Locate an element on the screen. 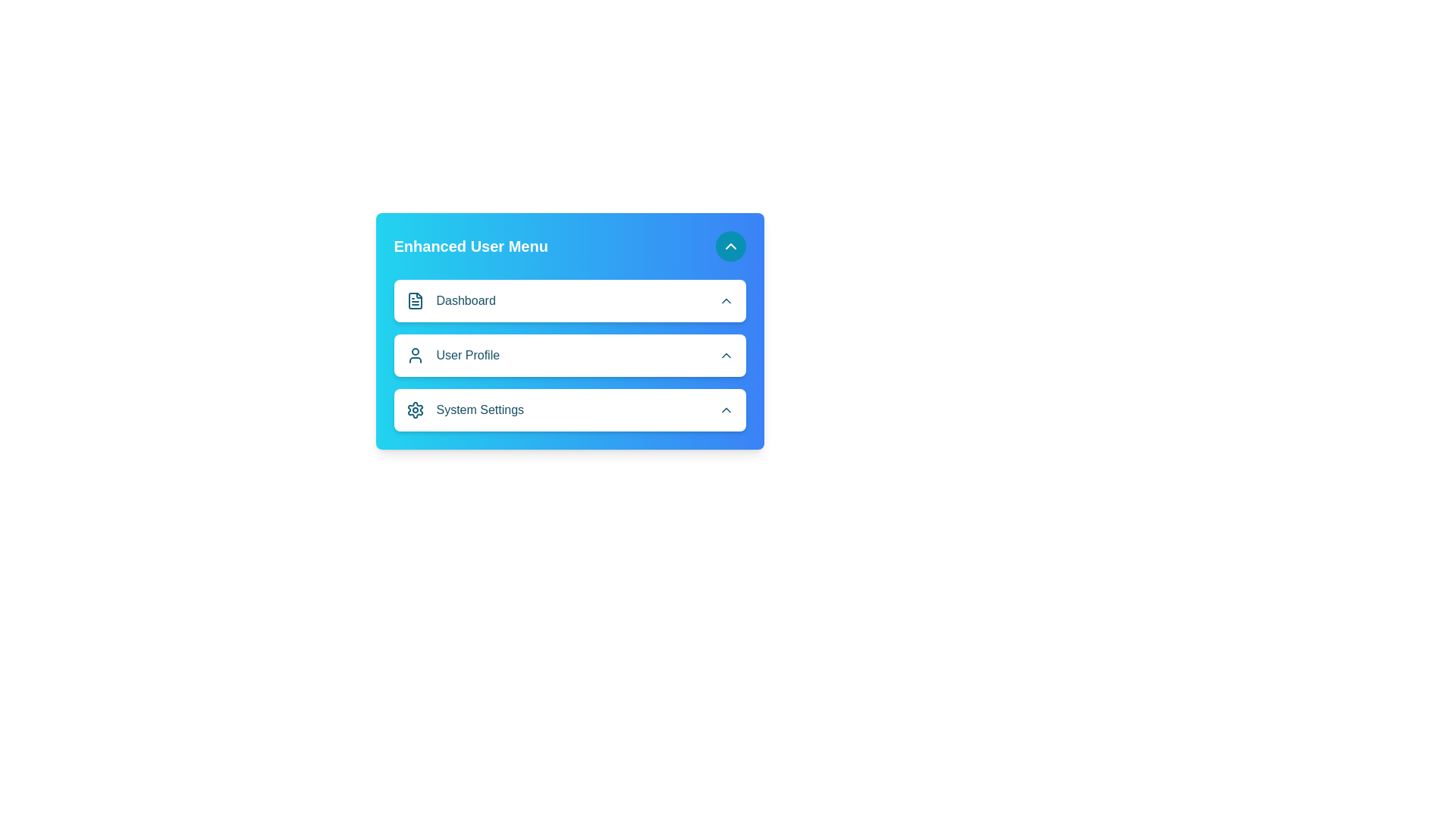 This screenshot has width=1456, height=819. the 'User Profile' text label in the menu, which is the second item in a vertical list, located between 'Dashboard' and 'System Settings' is located at coordinates (451, 356).